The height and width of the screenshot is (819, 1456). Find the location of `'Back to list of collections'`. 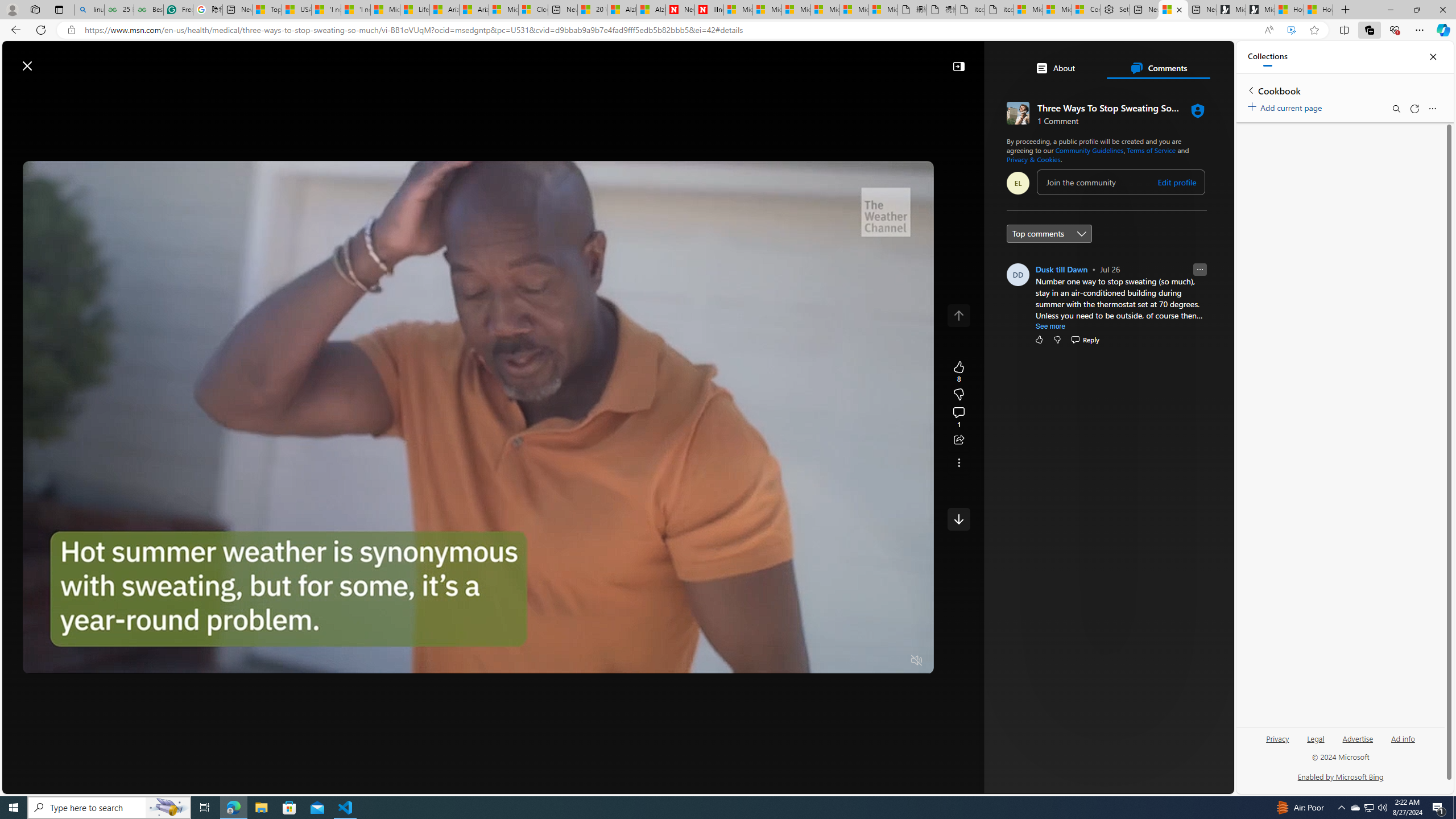

'Back to list of collections' is located at coordinates (1250, 90).